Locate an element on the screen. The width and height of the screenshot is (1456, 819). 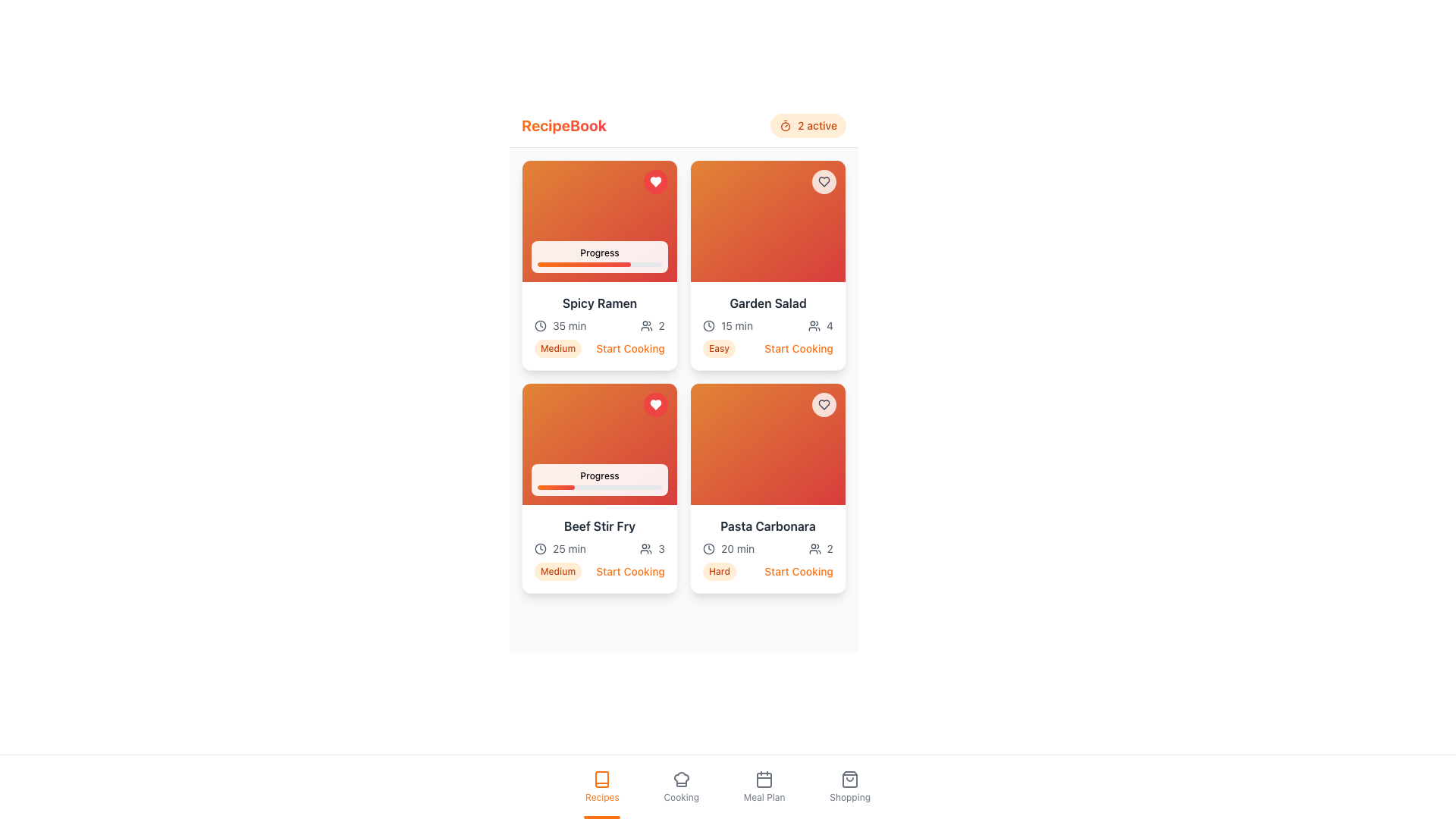
the time icon located at the bottom left of the 'Beef Stir Fry' card, next to the '25 min' text indicating the recipe duration is located at coordinates (541, 549).